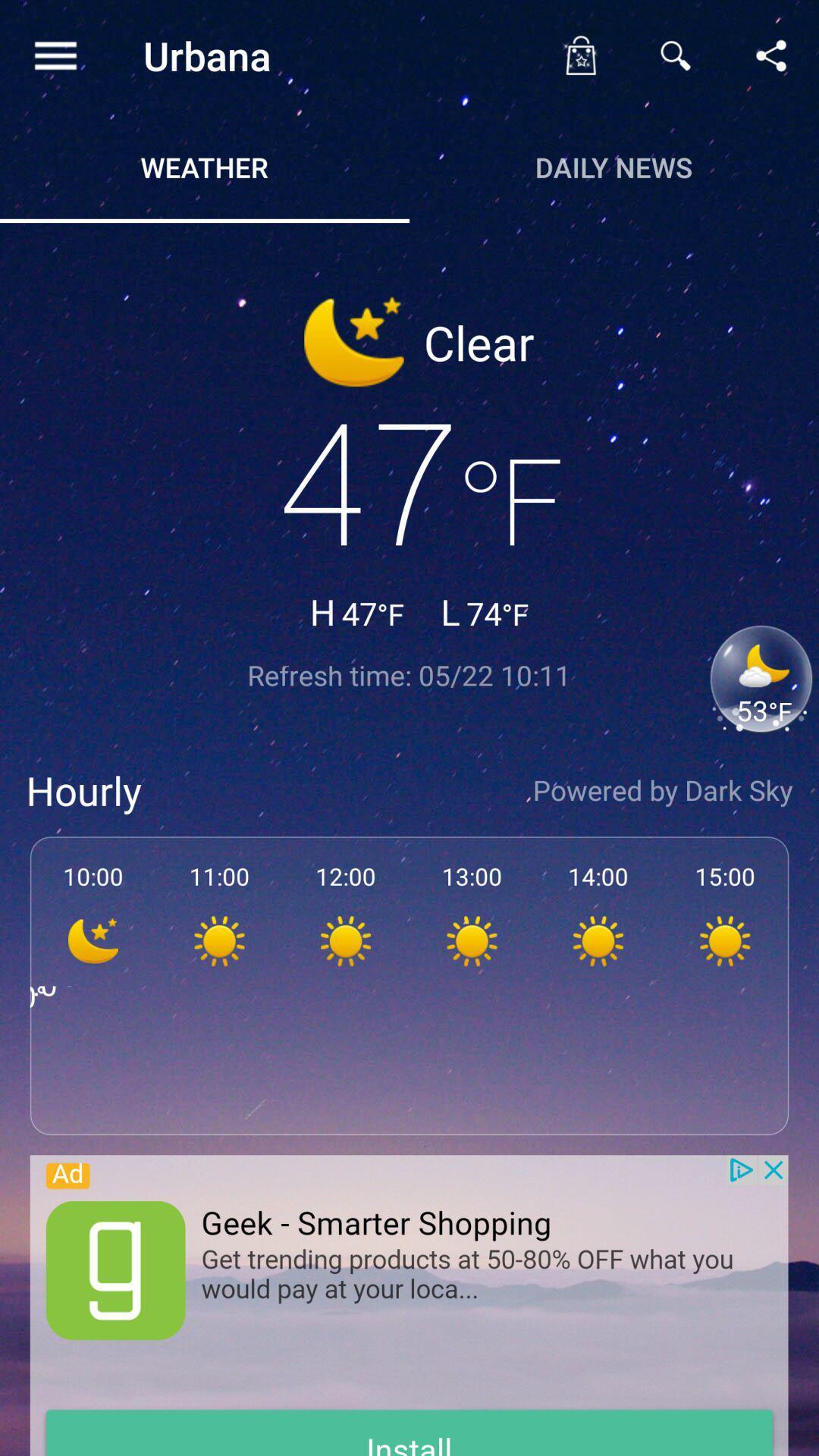  Describe the element at coordinates (579, 55) in the screenshot. I see `cart icon` at that location.